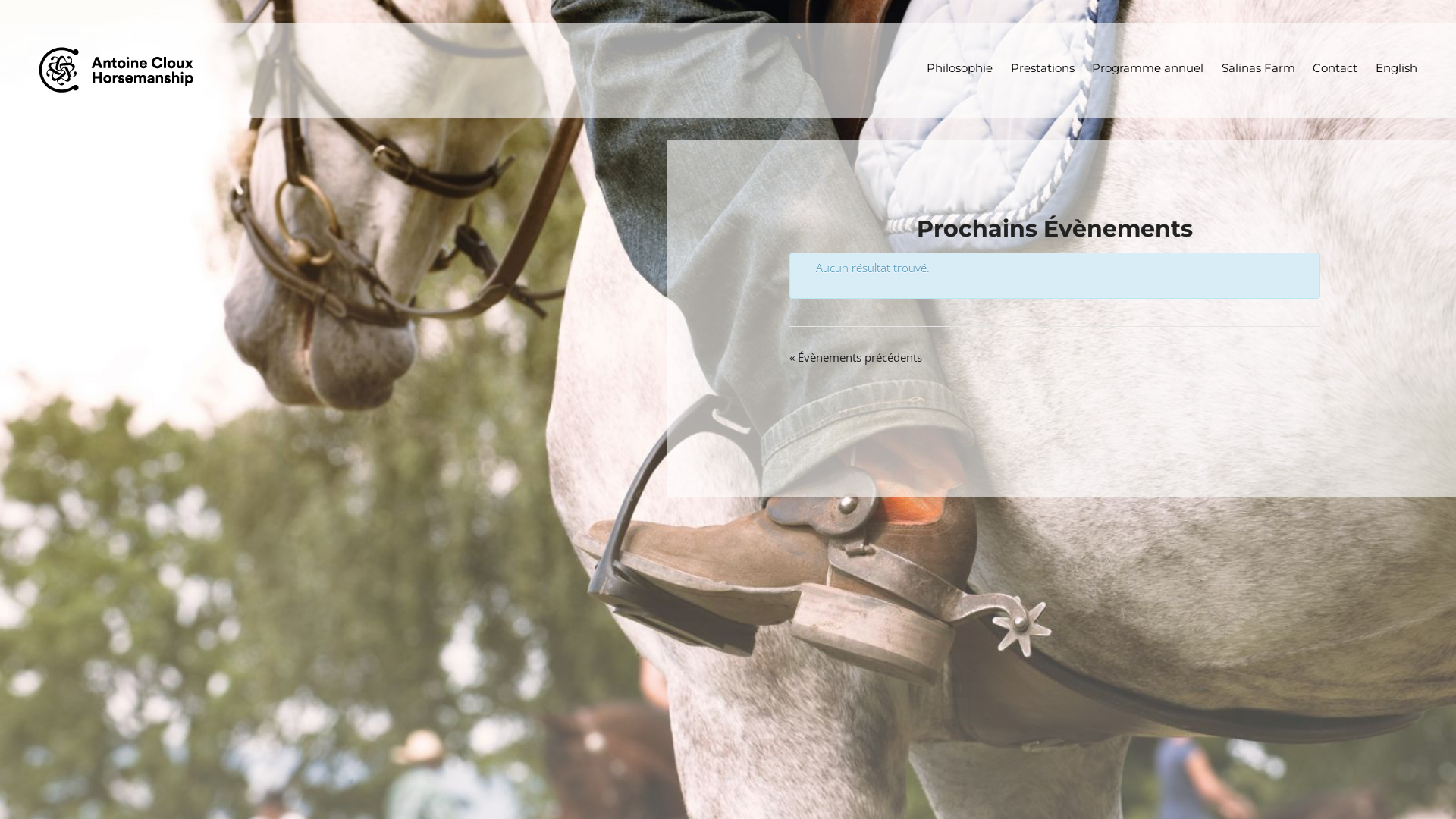 This screenshot has width=1456, height=819. What do you see at coordinates (1083, 68) in the screenshot?
I see `'Programme annuel'` at bounding box center [1083, 68].